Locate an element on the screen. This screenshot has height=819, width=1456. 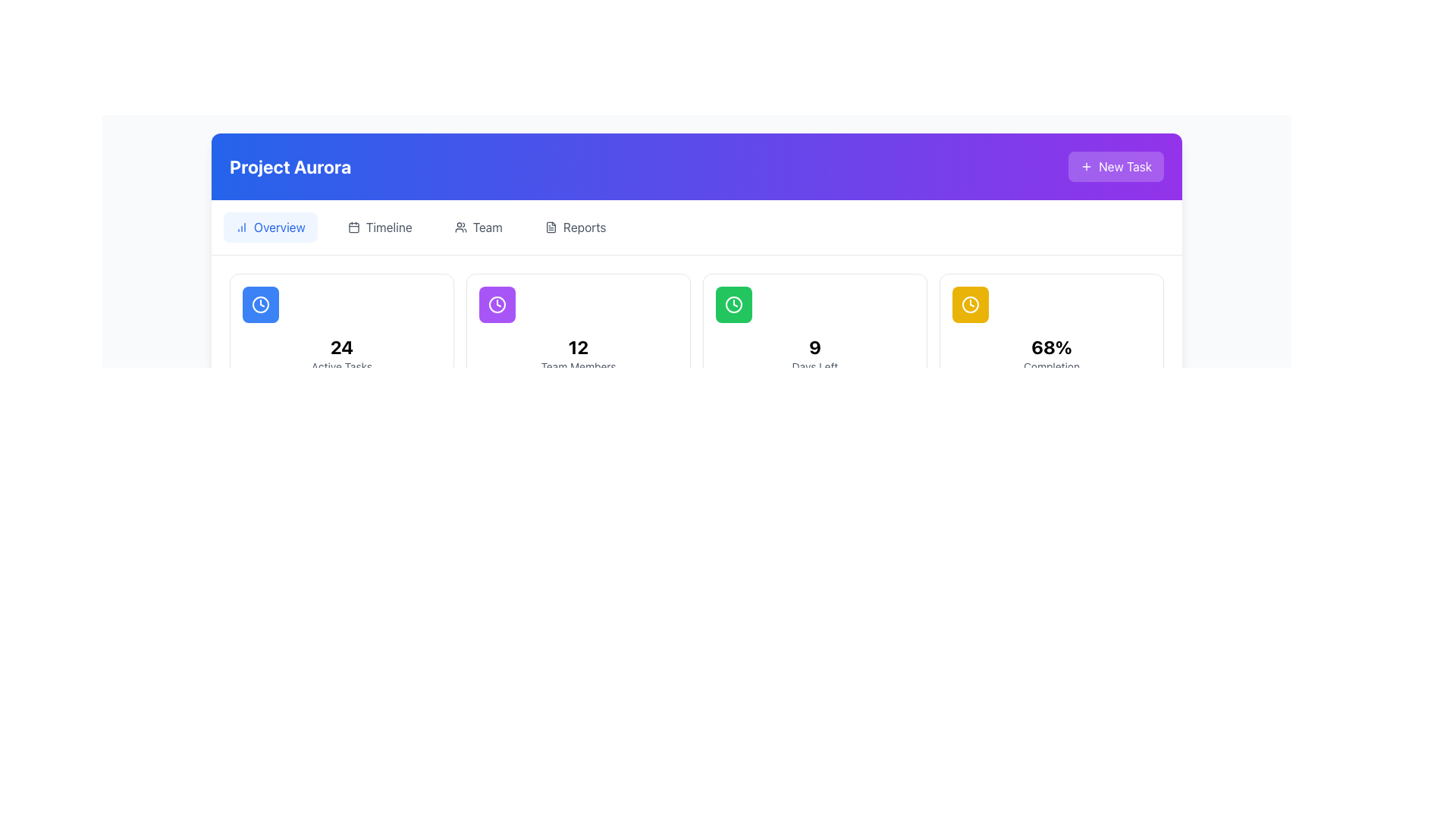
the topmost part of the file icon component, which serves for visual emphasis in navigation or selection contexts is located at coordinates (550, 227).